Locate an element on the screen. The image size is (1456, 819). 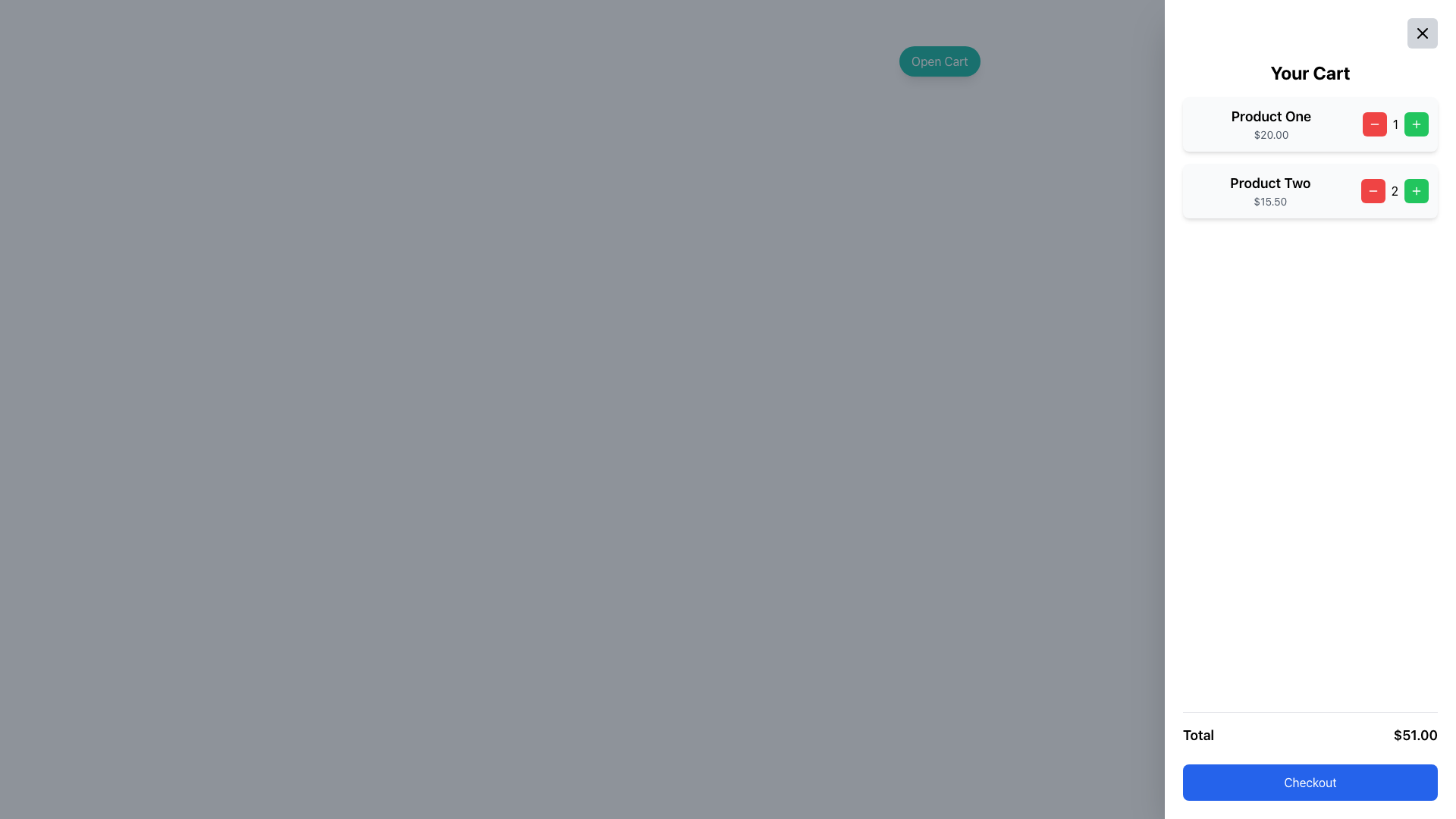
the text display element showing 'Product One' with the price '$20.00', located at the top of the cart list is located at coordinates (1271, 124).